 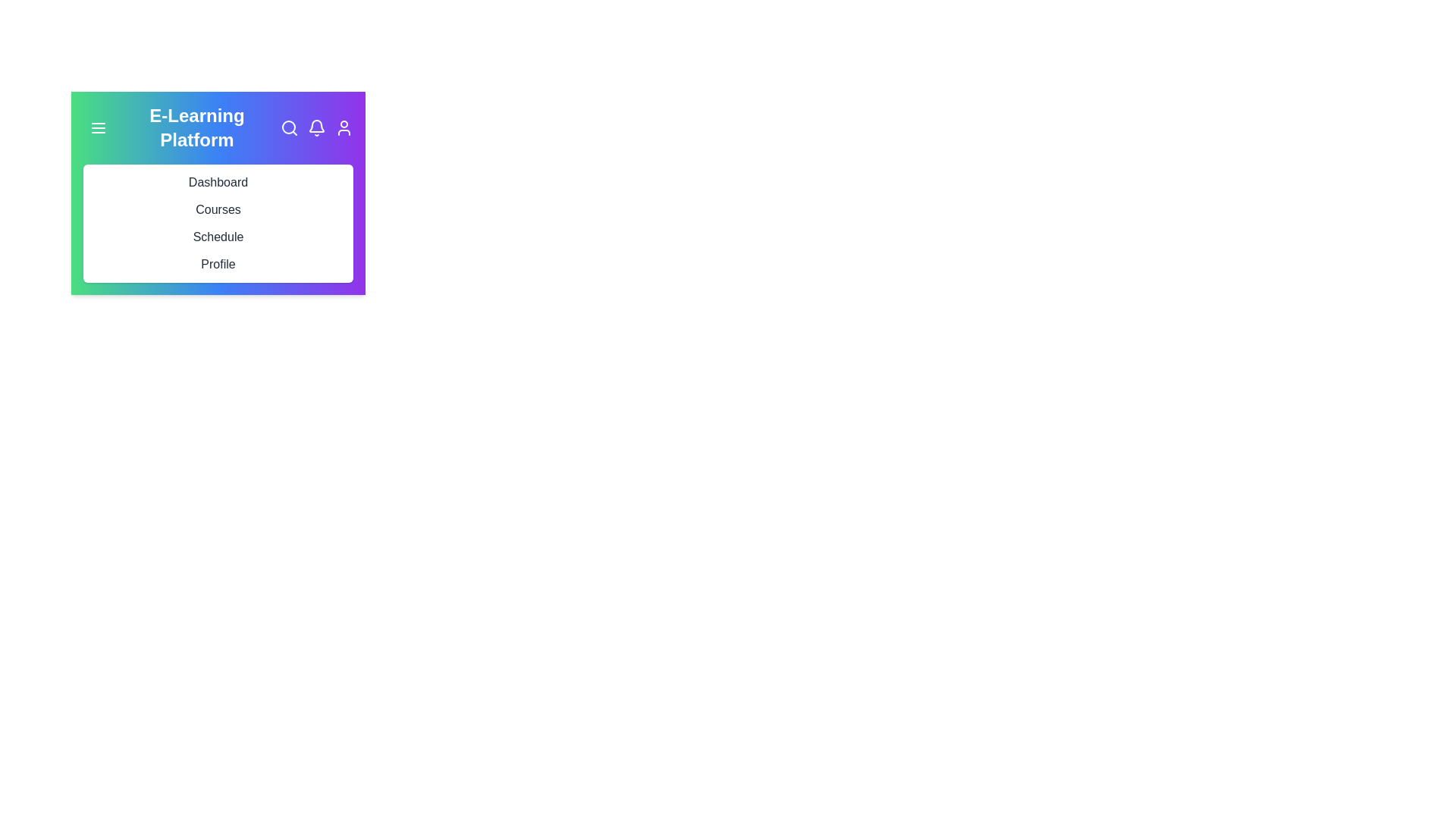 I want to click on the menu item corresponding to Profile, so click(x=218, y=263).